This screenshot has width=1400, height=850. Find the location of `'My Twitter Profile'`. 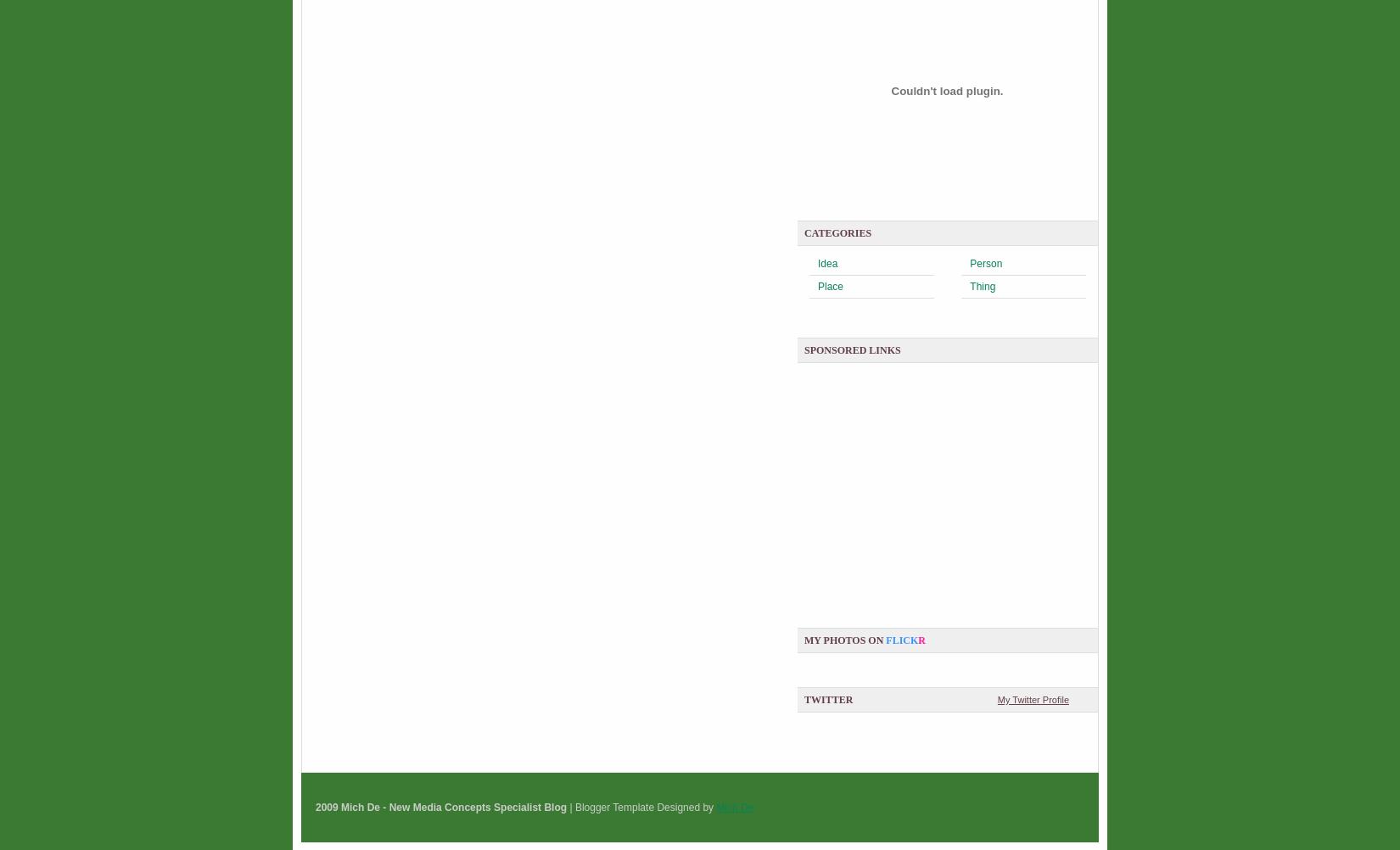

'My Twitter Profile' is located at coordinates (1033, 699).